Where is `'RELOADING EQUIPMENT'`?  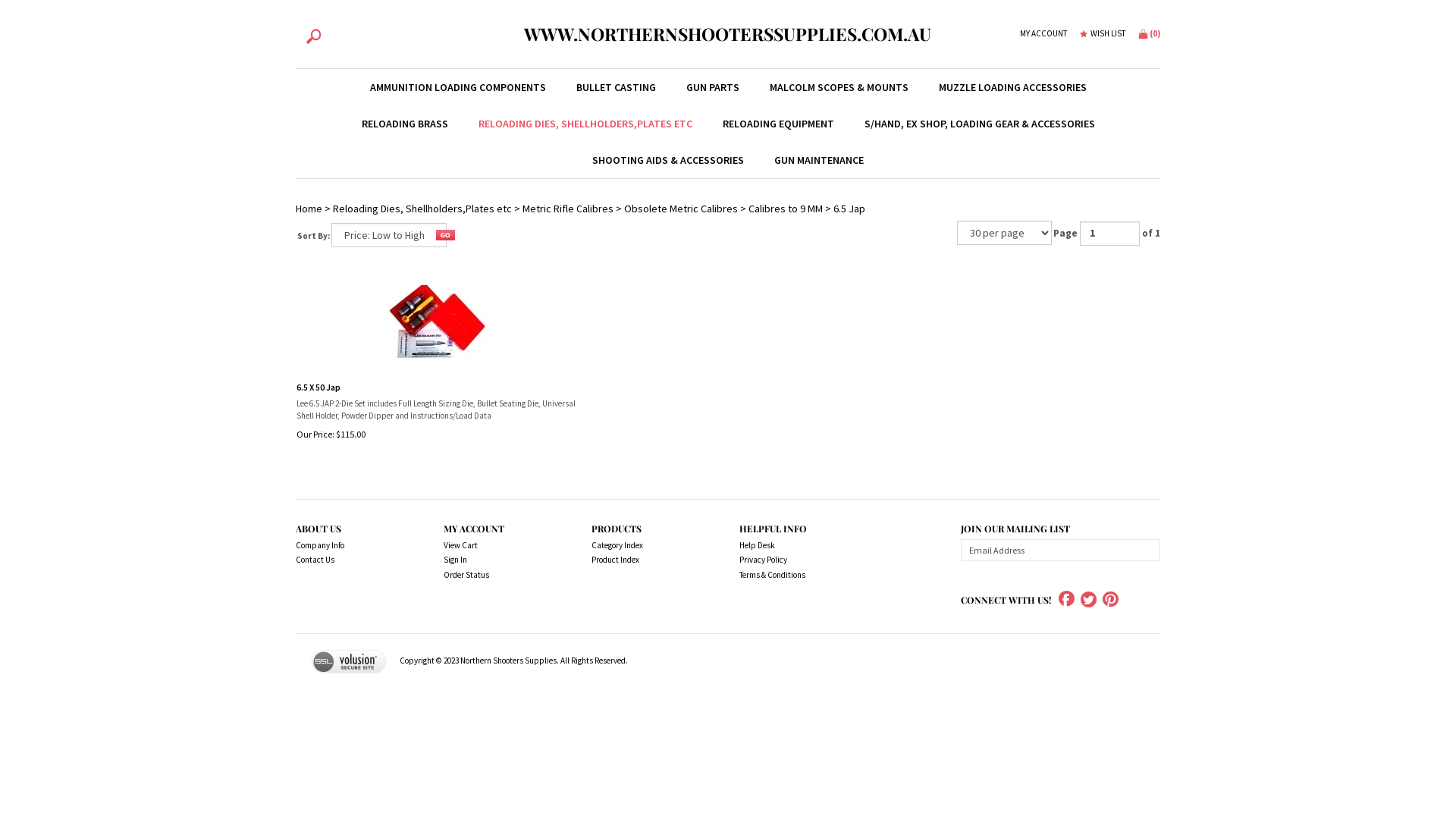
'RELOADING EQUIPMENT' is located at coordinates (777, 122).